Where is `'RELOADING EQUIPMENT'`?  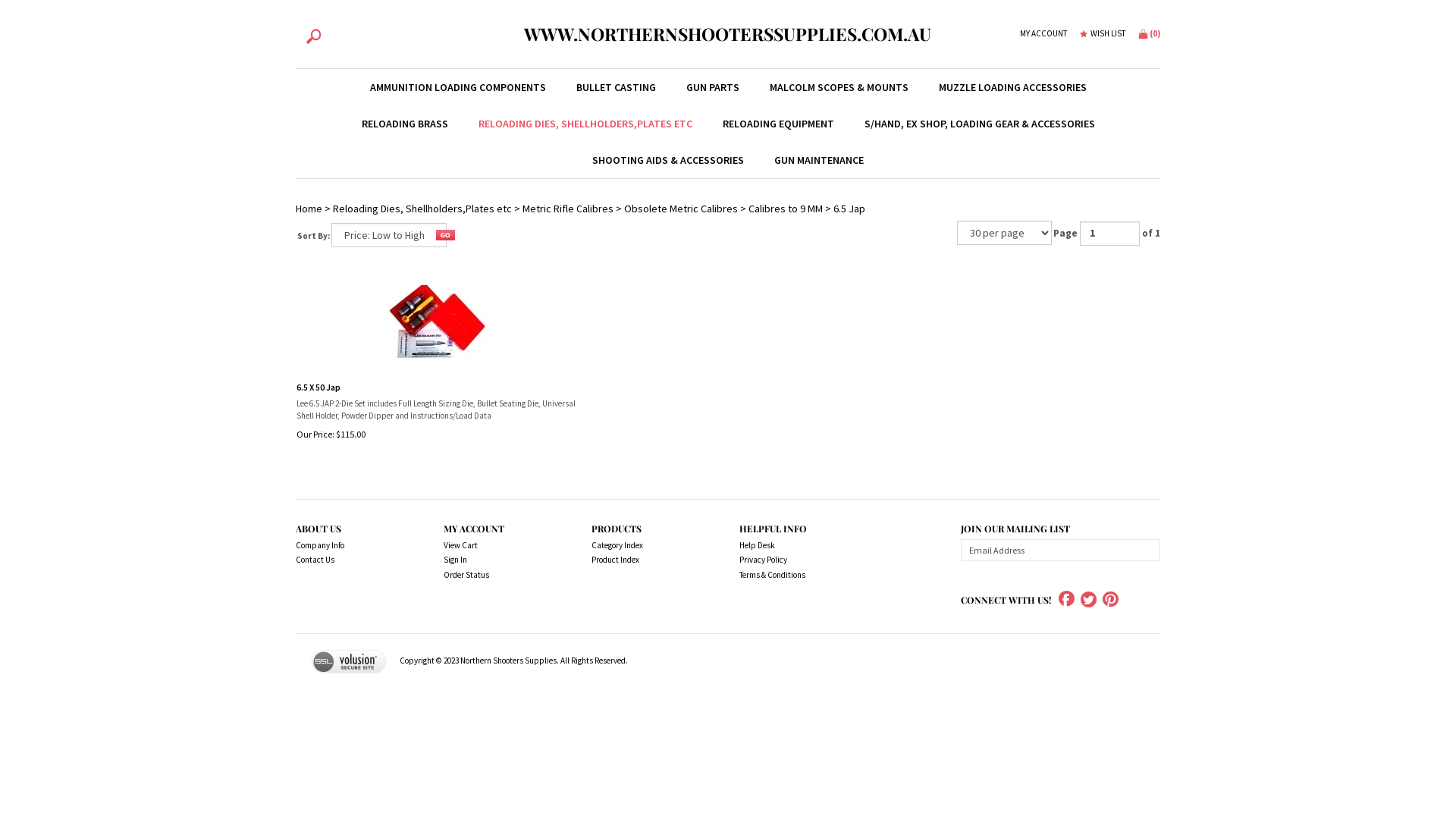
'RELOADING EQUIPMENT' is located at coordinates (777, 122).